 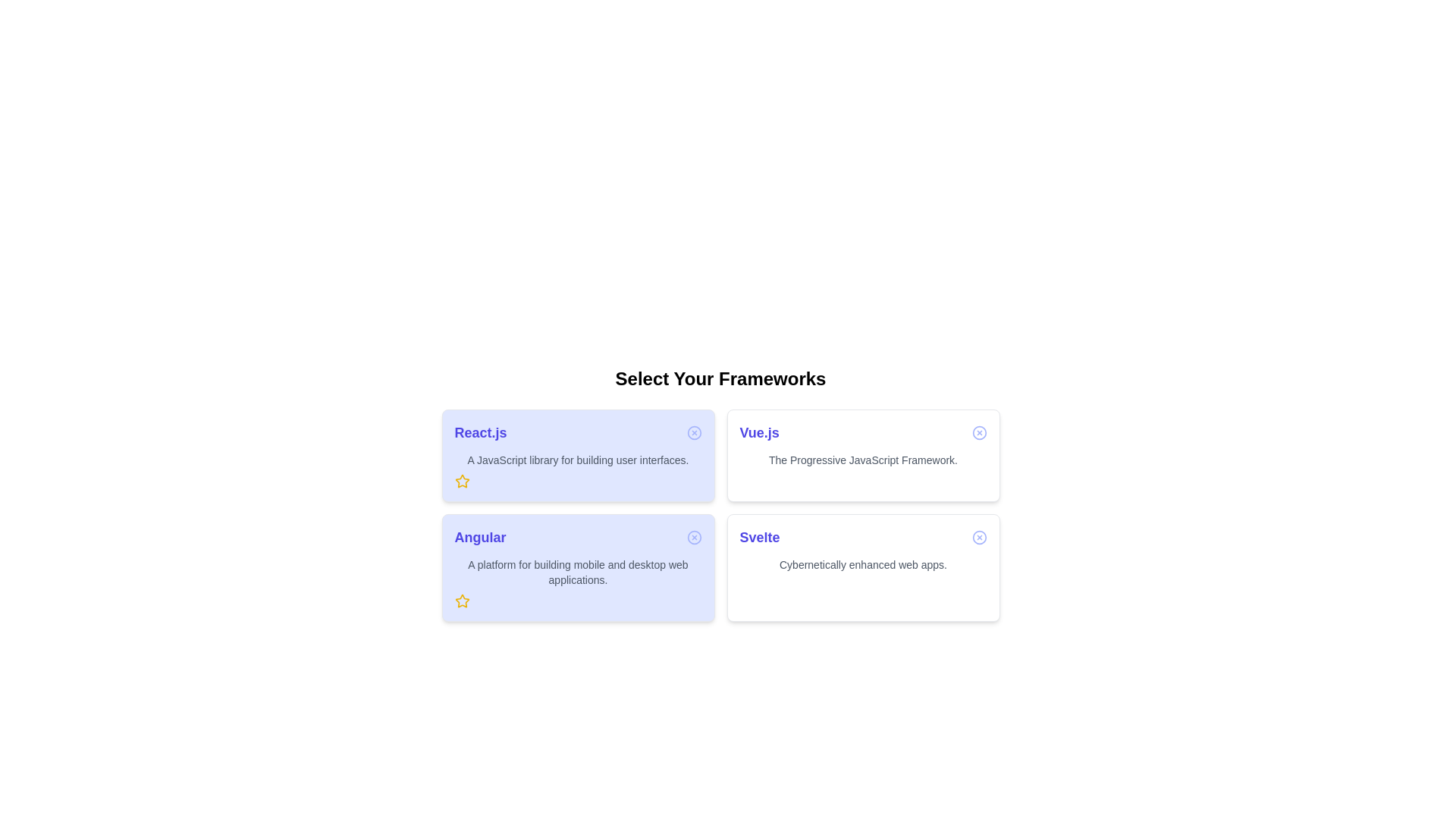 What do you see at coordinates (693, 432) in the screenshot?
I see `close button on the chip labeled React.js to remove it` at bounding box center [693, 432].